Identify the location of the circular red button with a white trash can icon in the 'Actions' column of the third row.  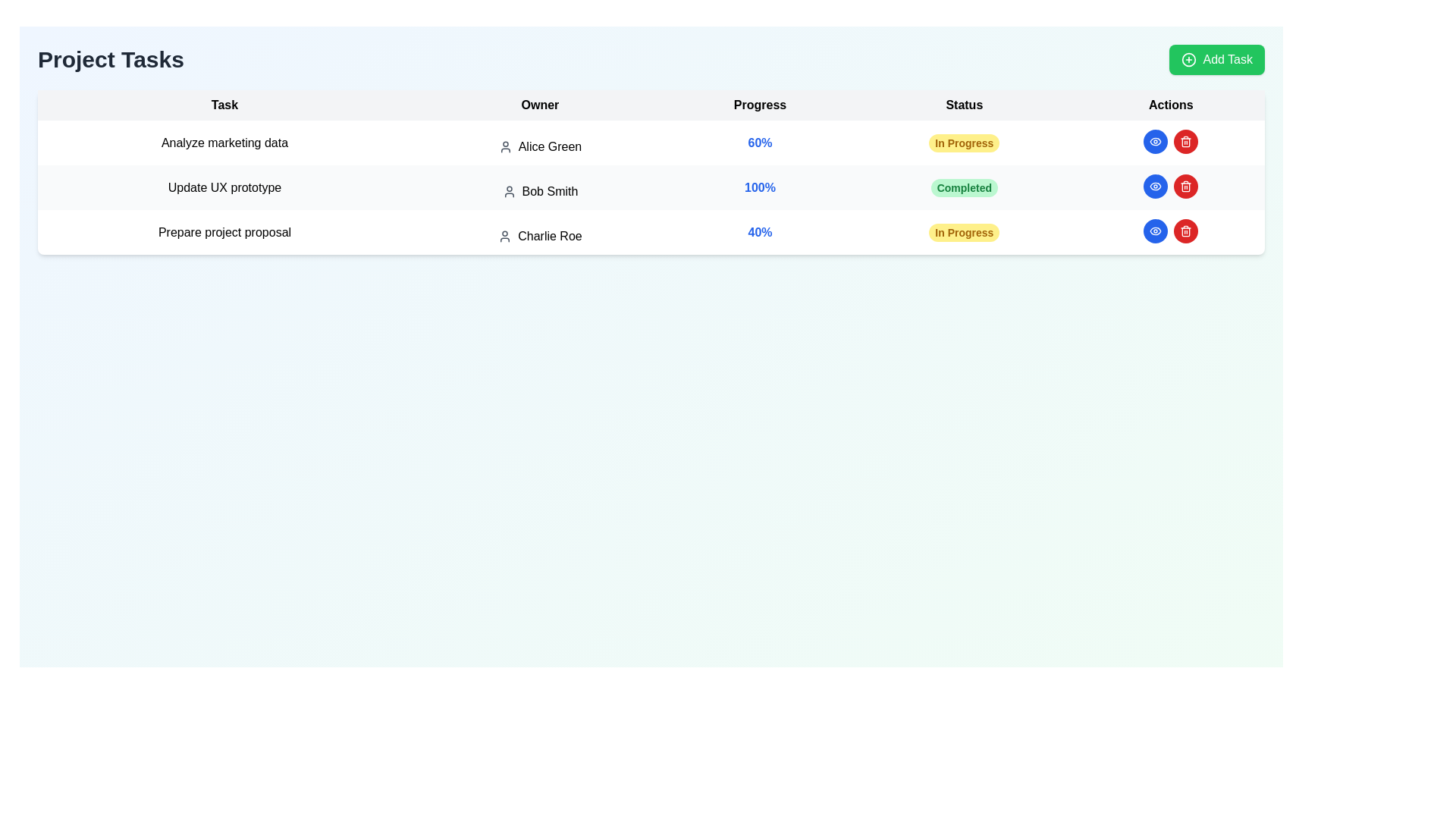
(1185, 231).